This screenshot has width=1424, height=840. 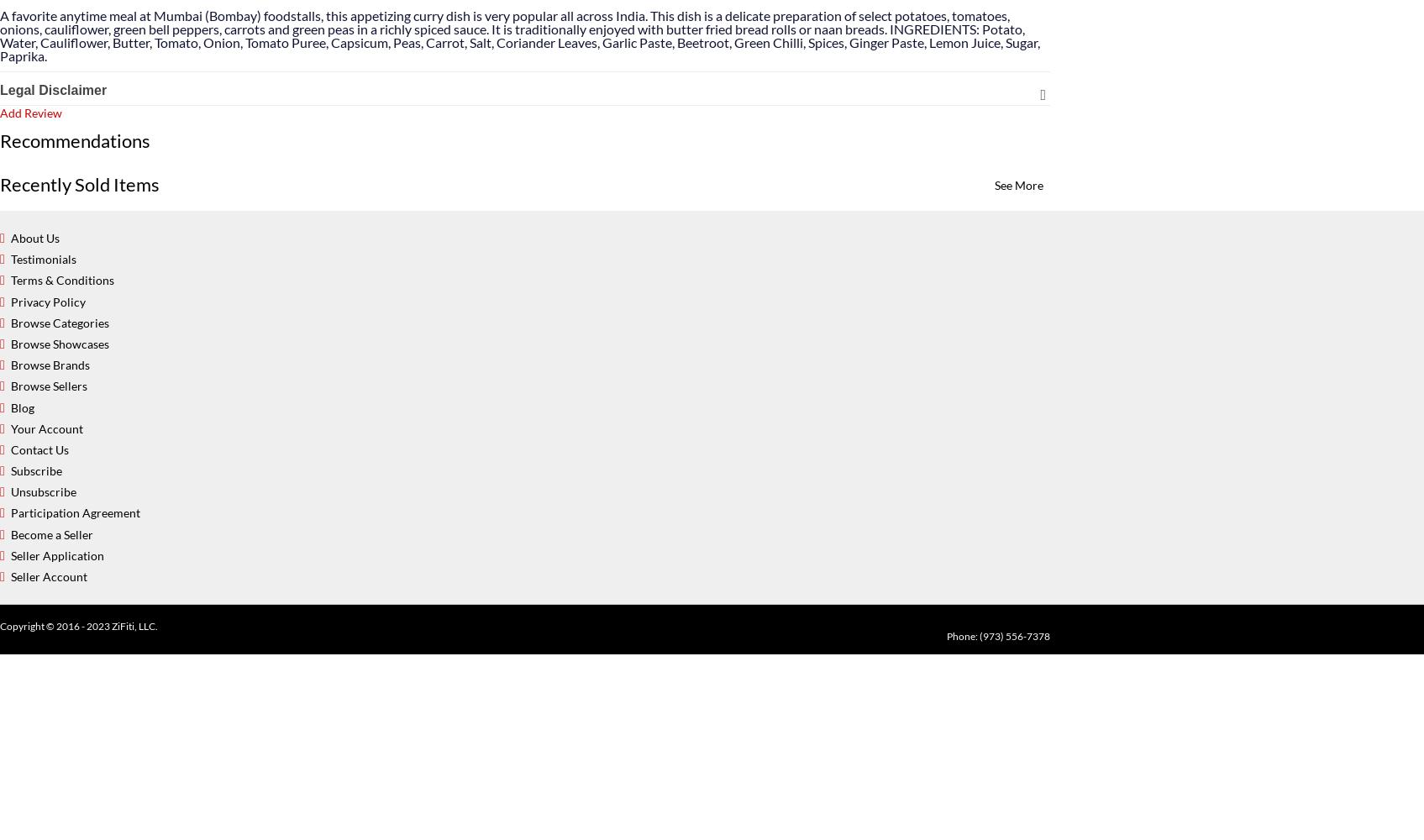 I want to click on 'Privacy Policy', so click(x=47, y=300).